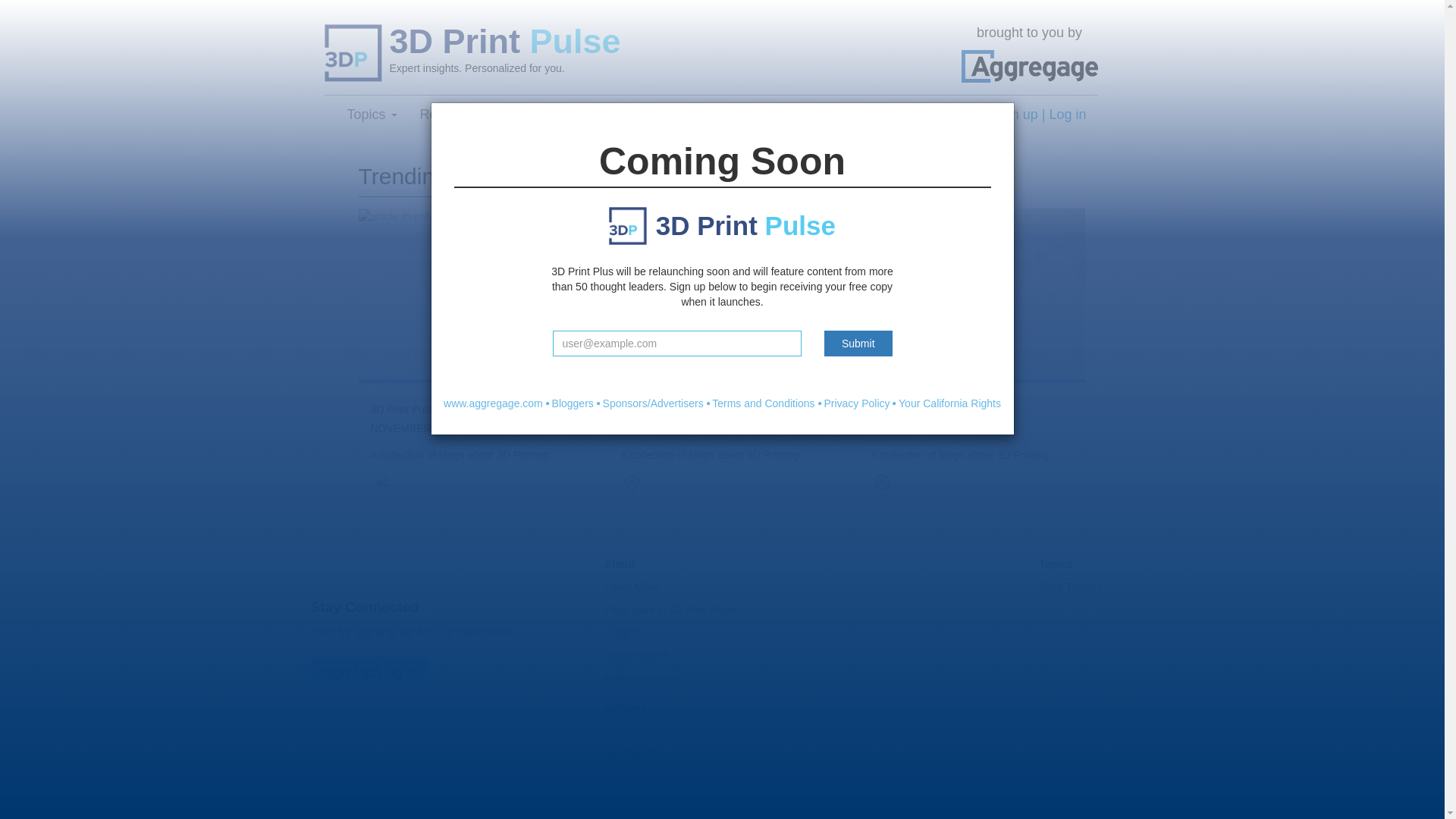 The image size is (1456, 819). Describe the element at coordinates (632, 586) in the screenshot. I see `'Learn More'` at that location.